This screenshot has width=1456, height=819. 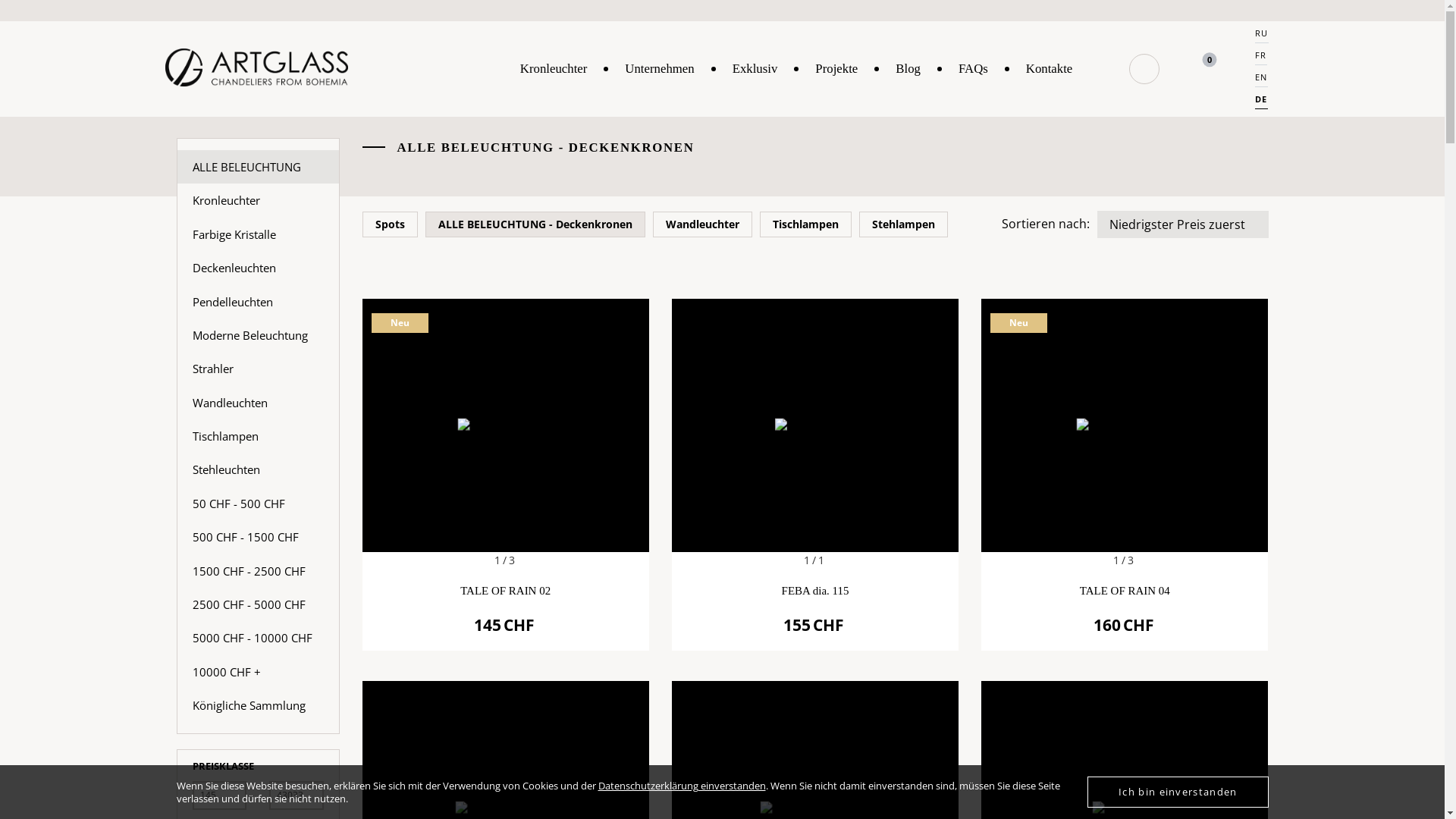 I want to click on 'Deckenleuchten', so click(x=258, y=267).